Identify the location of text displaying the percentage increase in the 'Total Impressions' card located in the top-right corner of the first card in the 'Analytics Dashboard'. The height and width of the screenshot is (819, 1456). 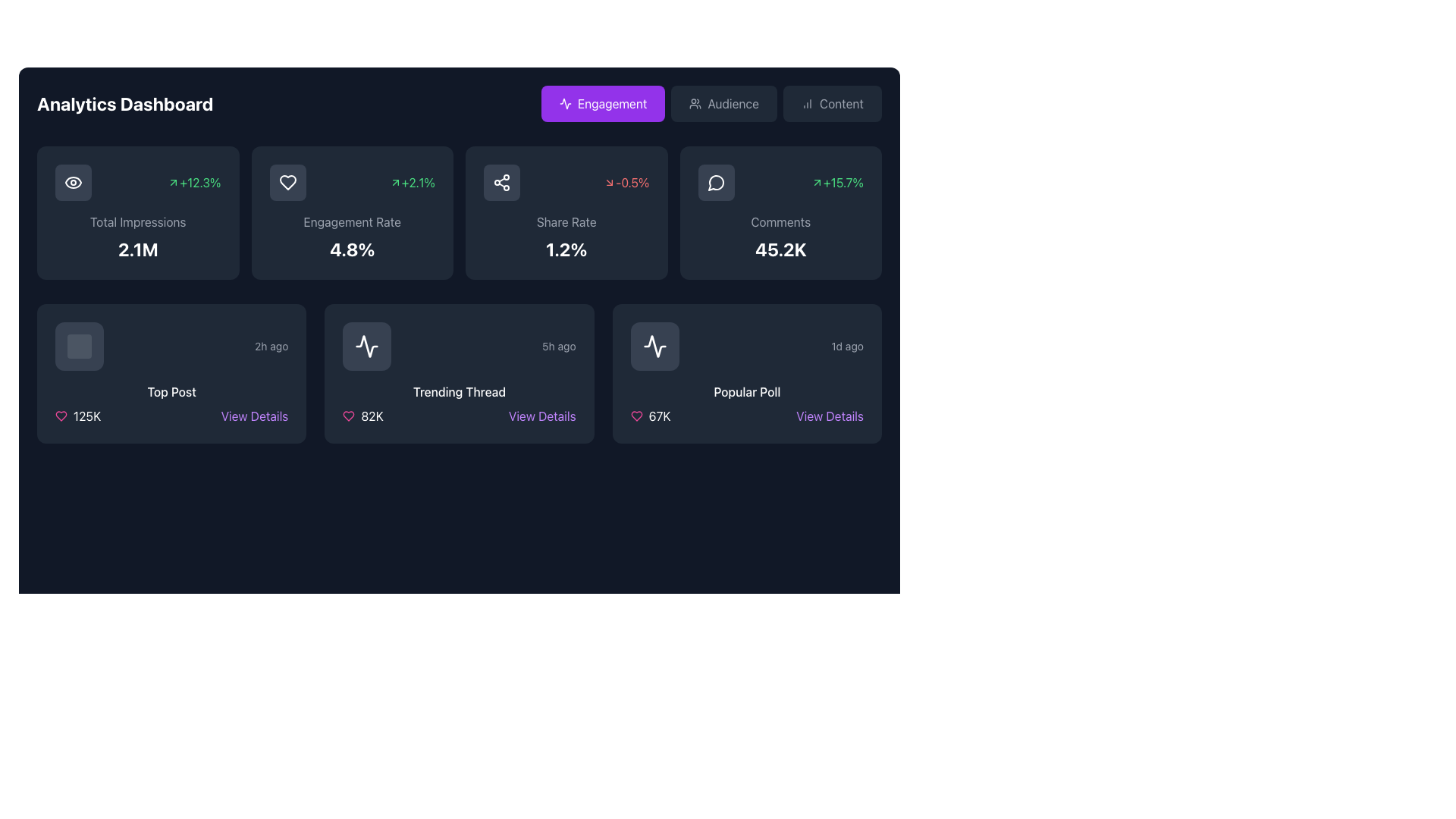
(193, 181).